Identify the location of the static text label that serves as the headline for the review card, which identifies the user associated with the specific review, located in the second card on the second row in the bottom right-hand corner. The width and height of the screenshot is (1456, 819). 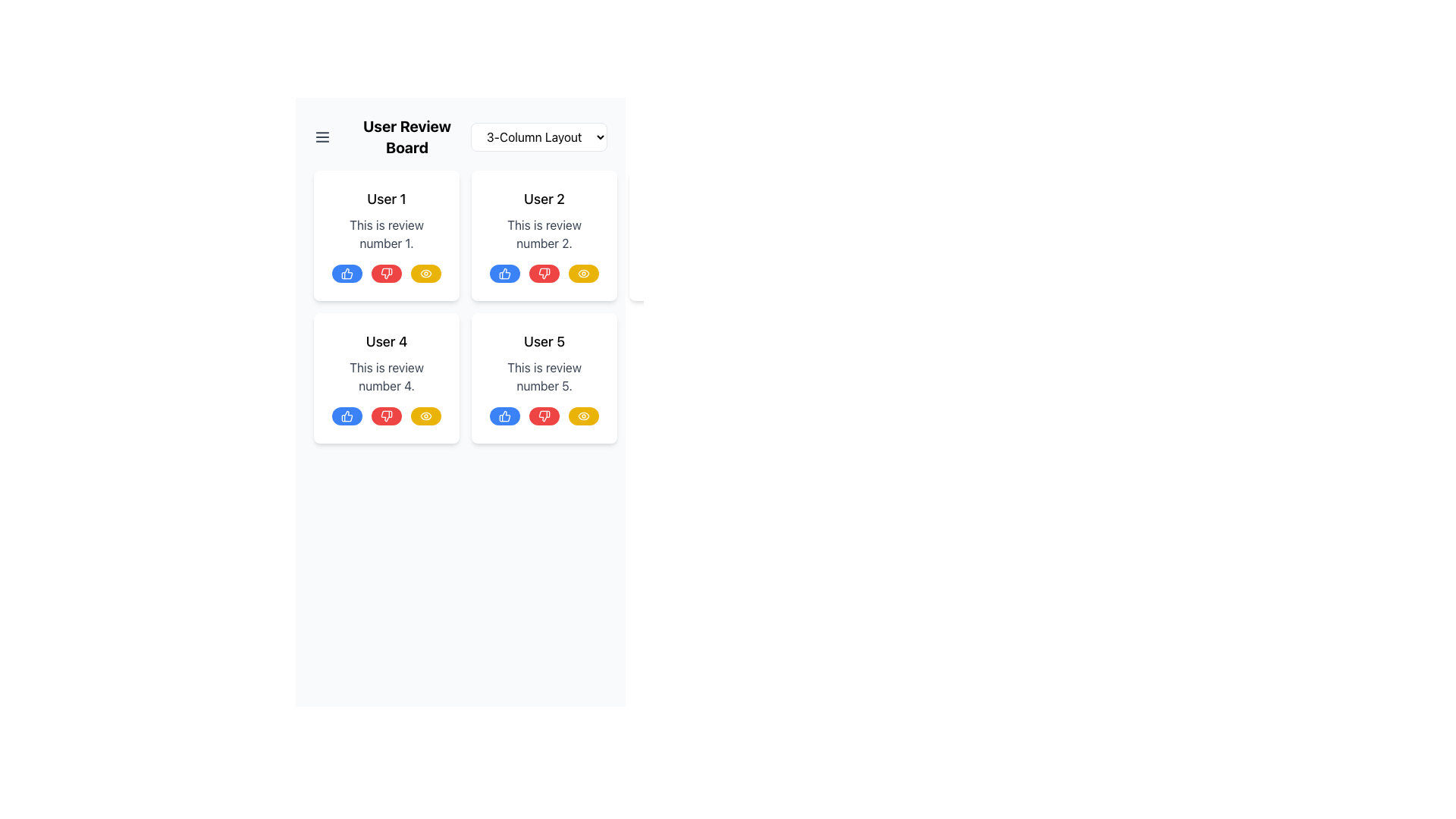
(544, 342).